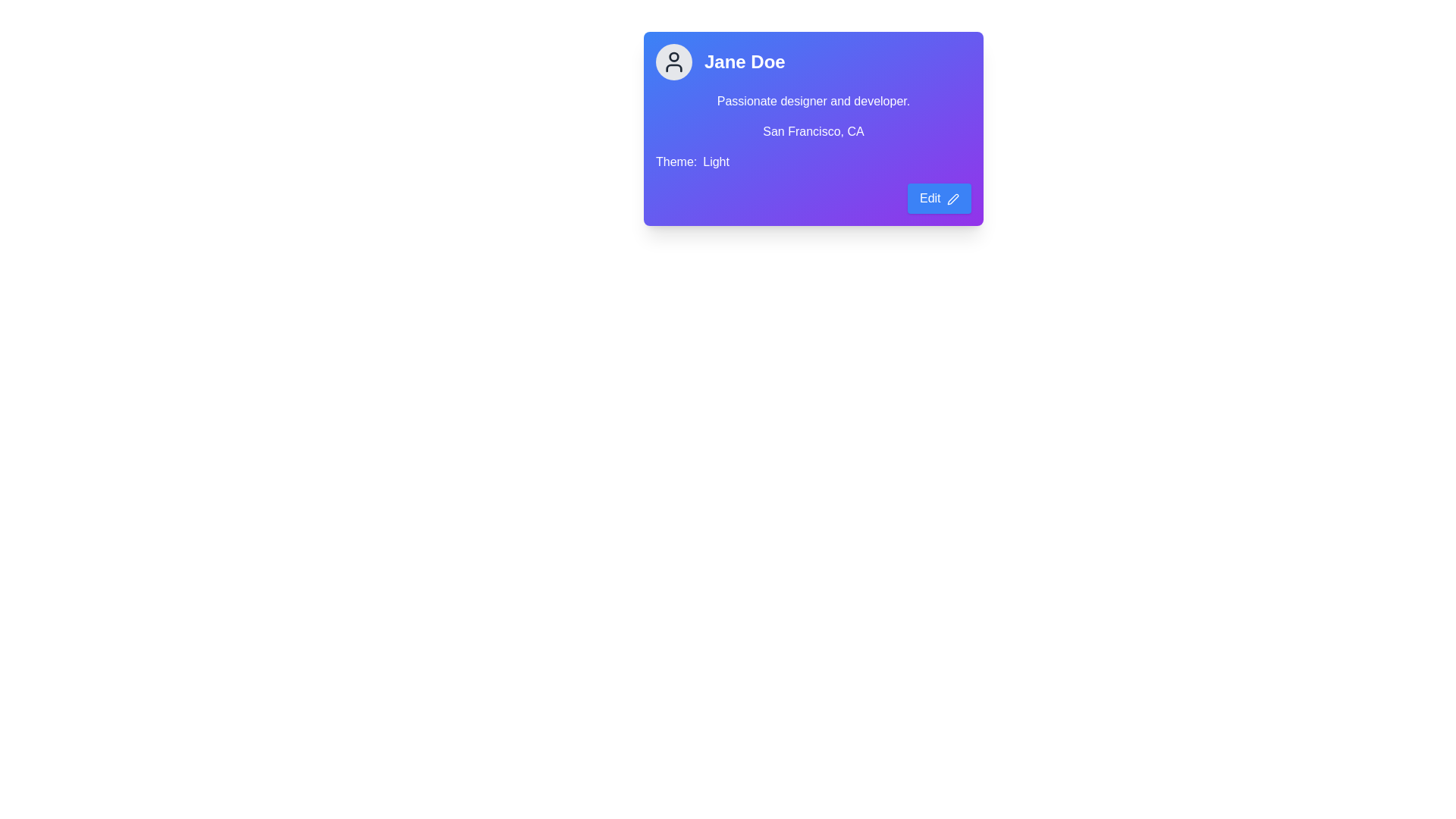 Image resolution: width=1456 pixels, height=819 pixels. I want to click on the circular user profile icon featuring a minimalistic head and shoulders outline, located in the upper left corner of the profile card above the name 'Jane Doe', so click(673, 61).